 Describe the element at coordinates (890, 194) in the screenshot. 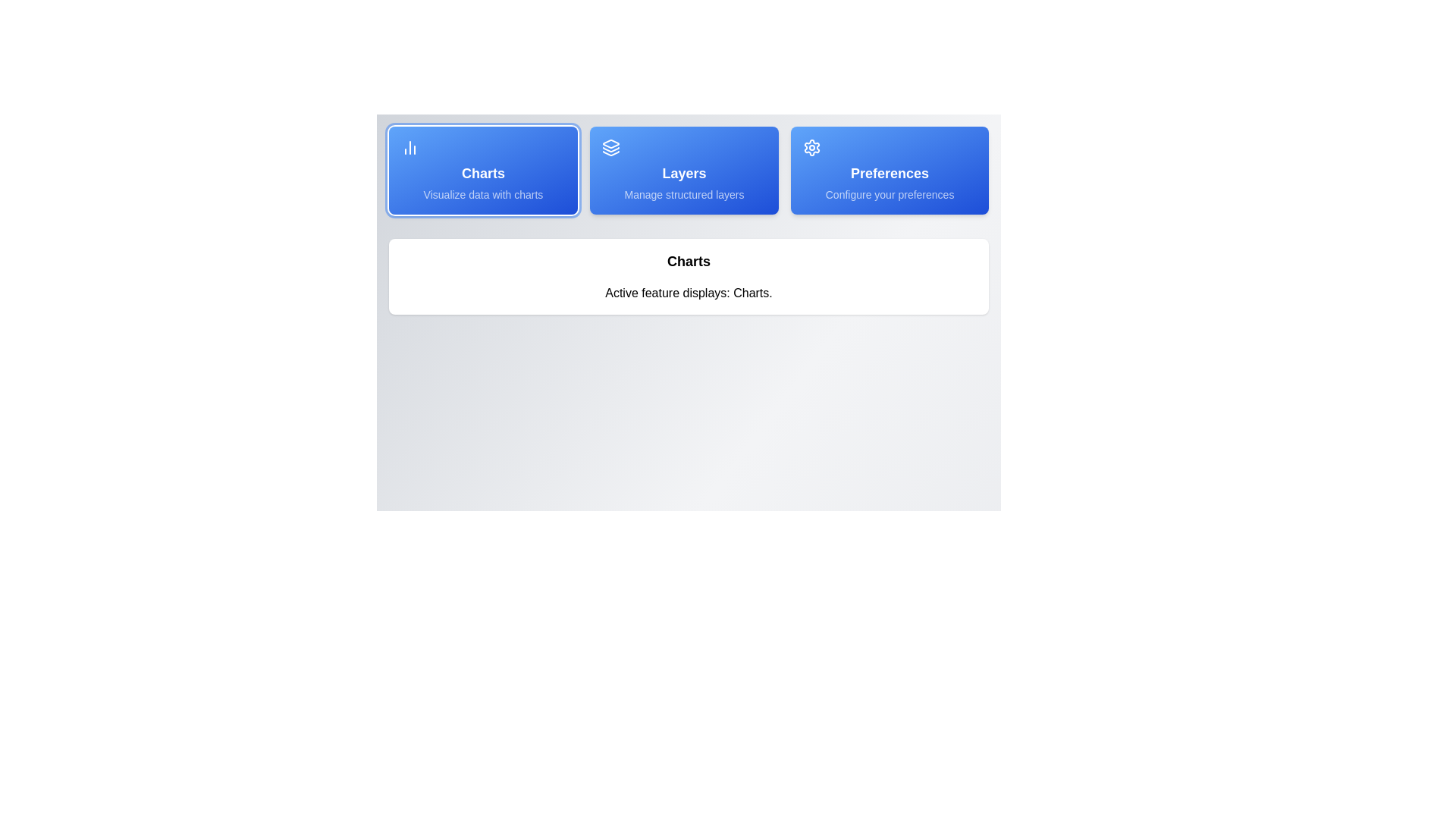

I see `the descriptive subtitle text label located at the bottom section of the 'Preferences' card, which provides additional context about the 'Preferences' option` at that location.